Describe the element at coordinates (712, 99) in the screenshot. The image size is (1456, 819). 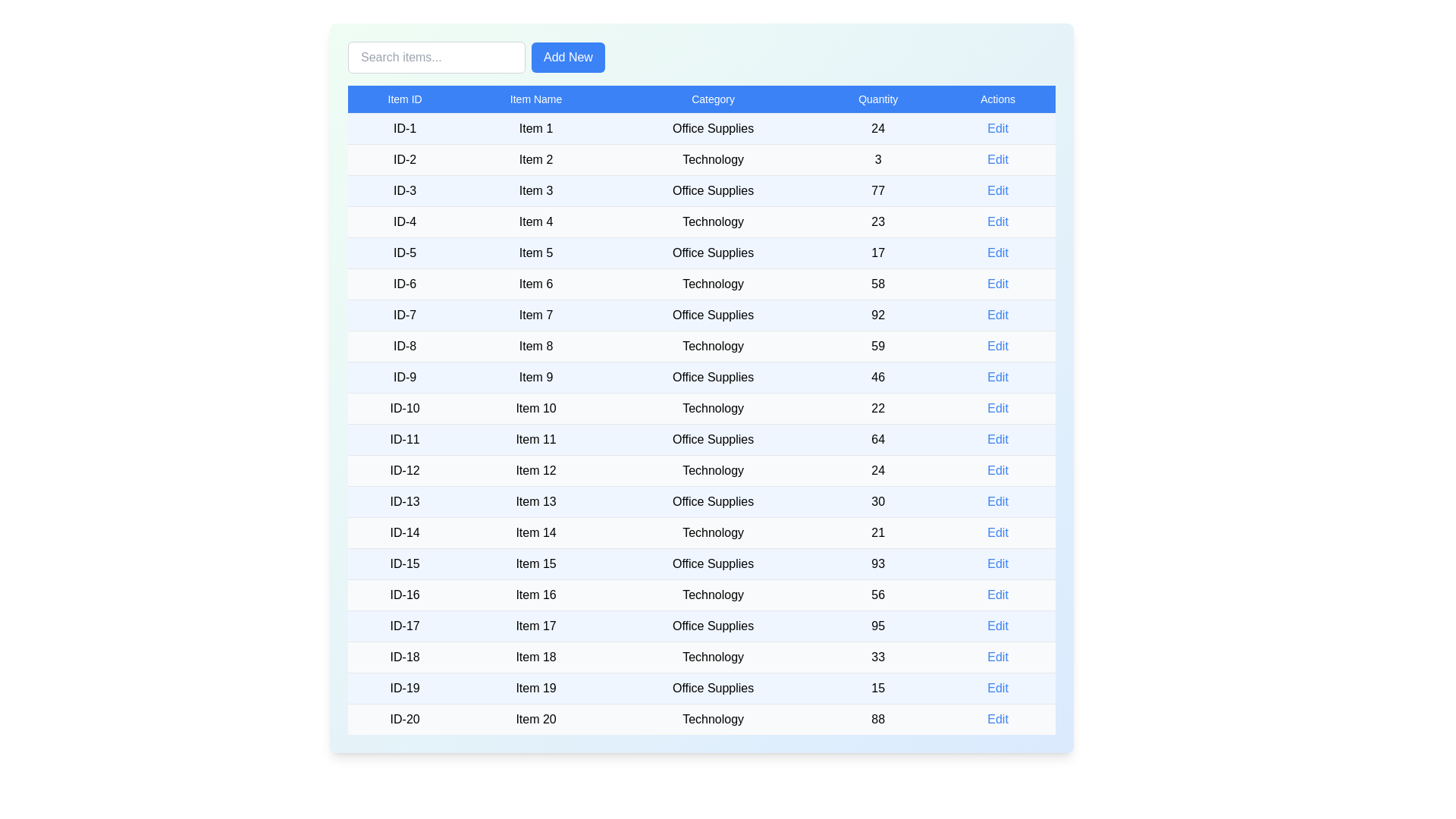
I see `the column header Category to sort the table by that column` at that location.